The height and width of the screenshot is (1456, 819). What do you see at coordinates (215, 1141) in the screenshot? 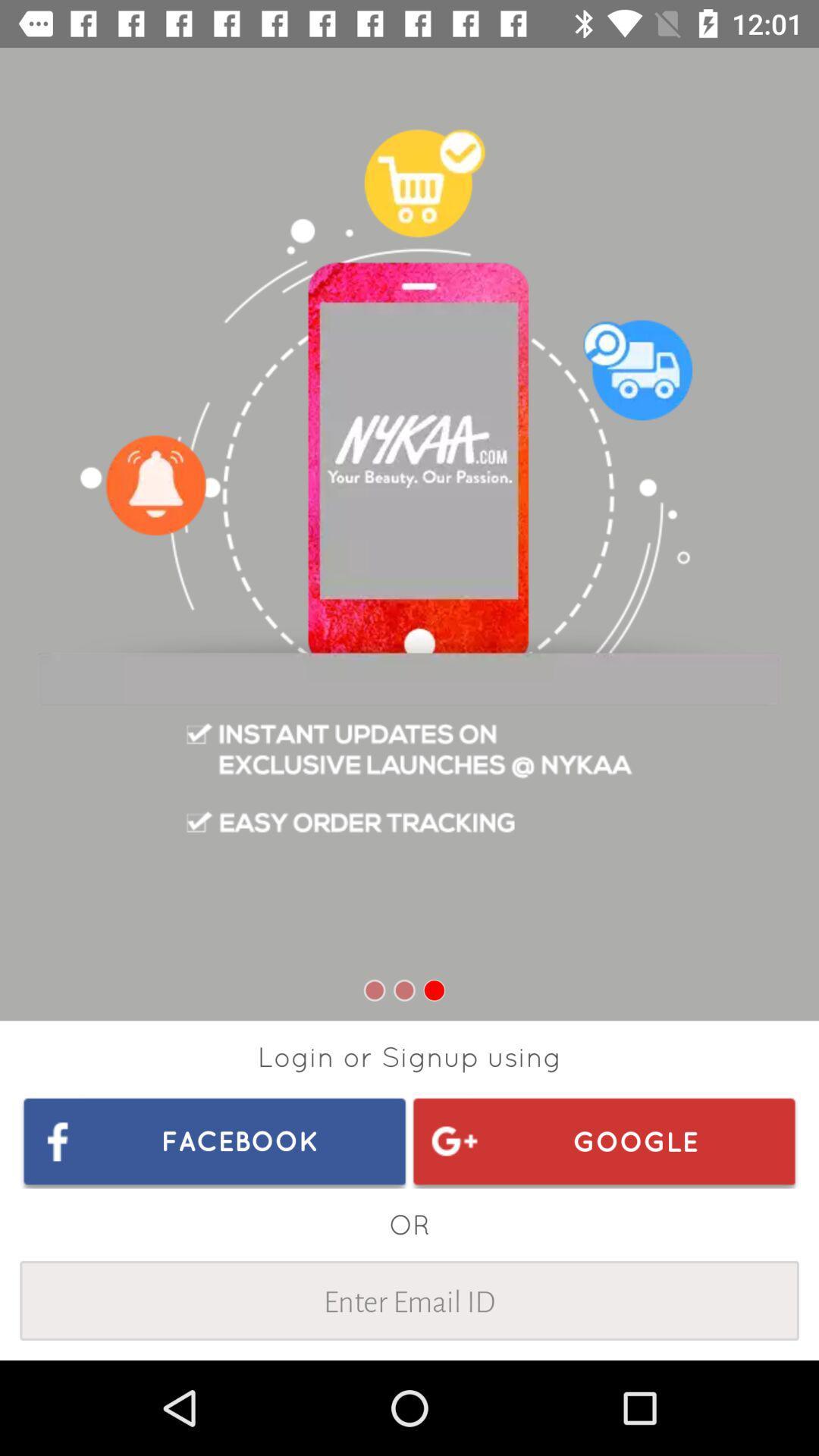
I see `the icon above or icon` at bounding box center [215, 1141].